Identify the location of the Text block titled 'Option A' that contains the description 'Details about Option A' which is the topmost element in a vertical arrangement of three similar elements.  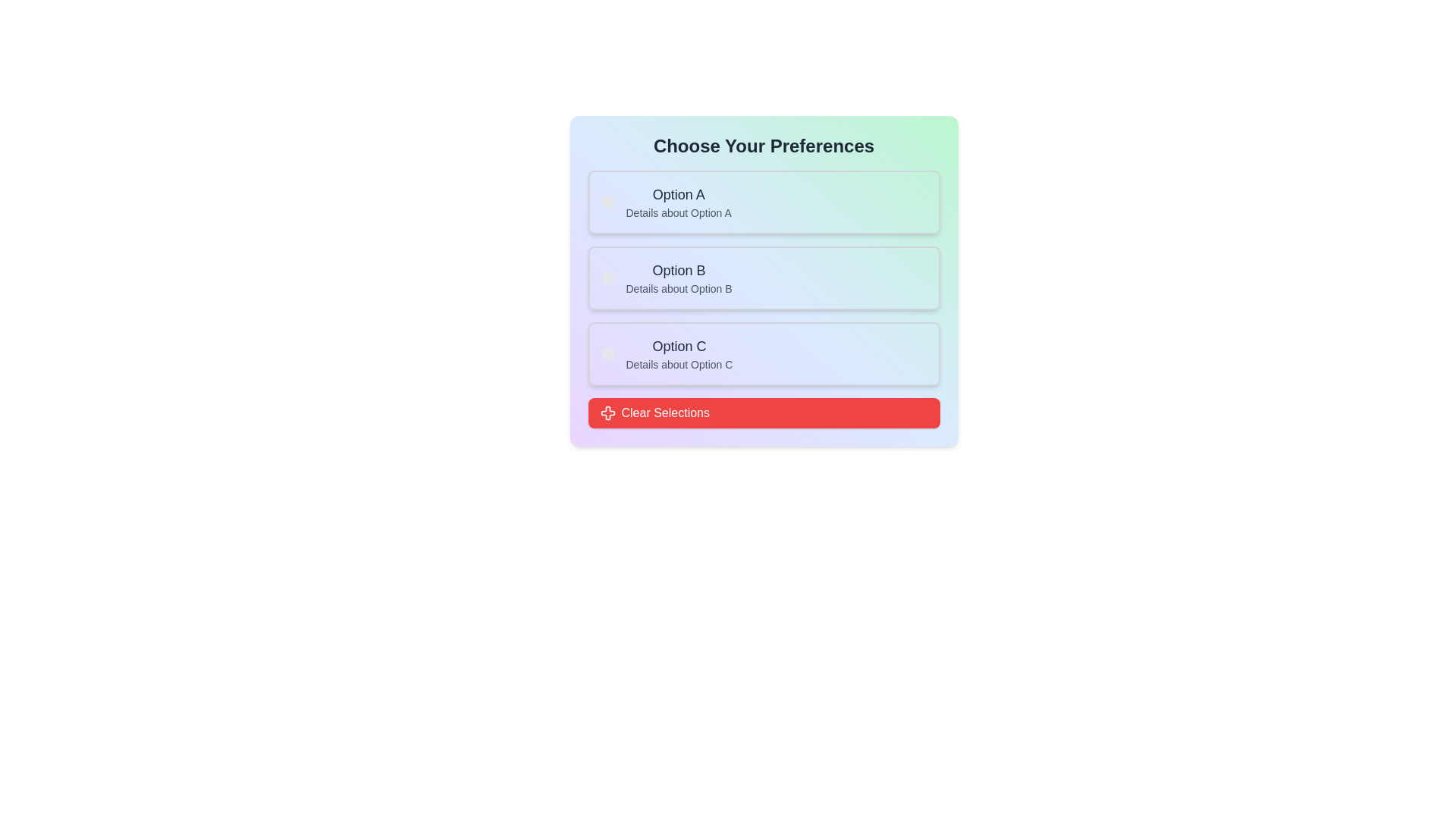
(678, 201).